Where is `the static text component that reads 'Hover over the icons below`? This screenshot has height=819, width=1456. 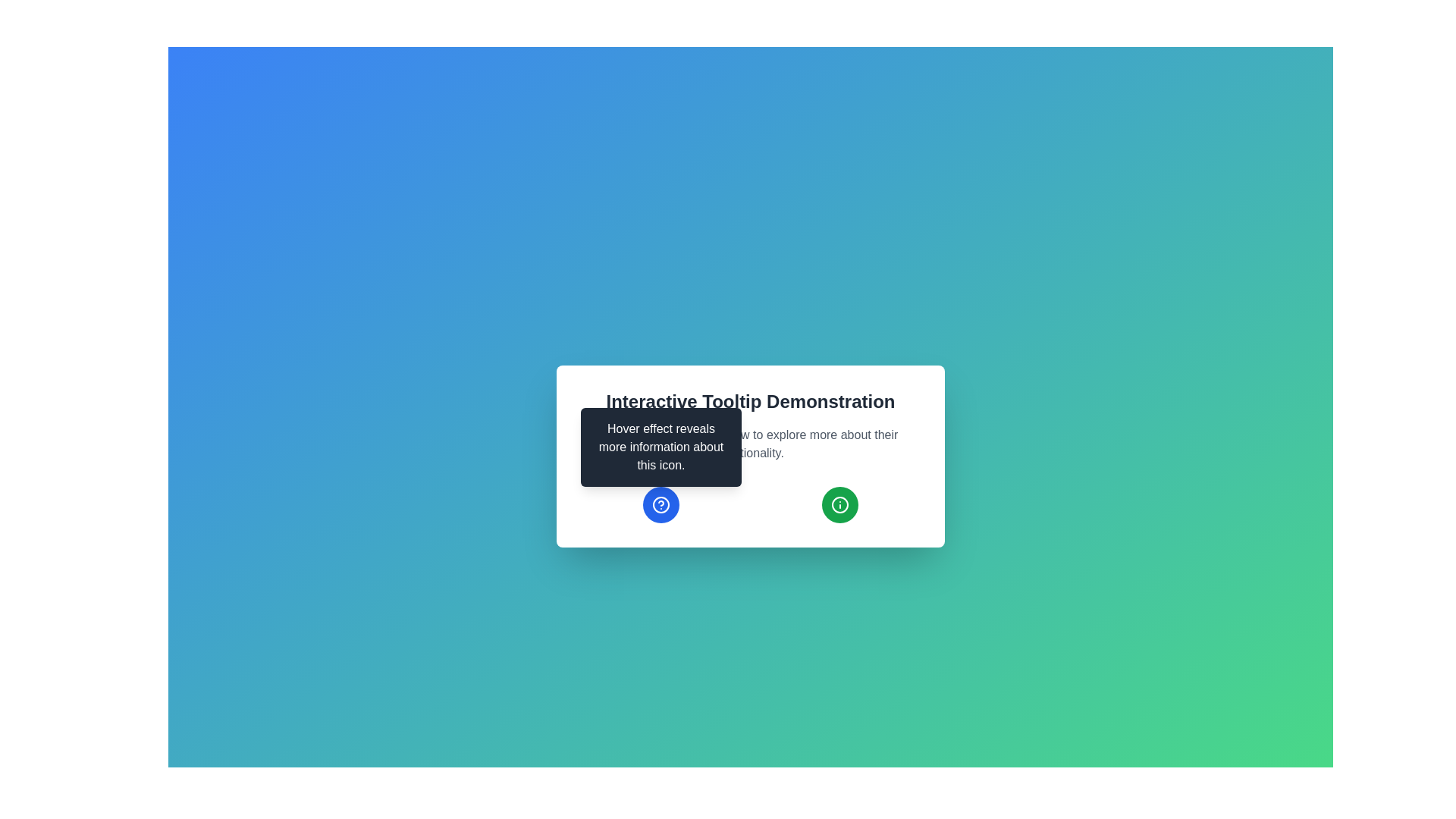
the static text component that reads 'Hover over the icons below is located at coordinates (750, 444).